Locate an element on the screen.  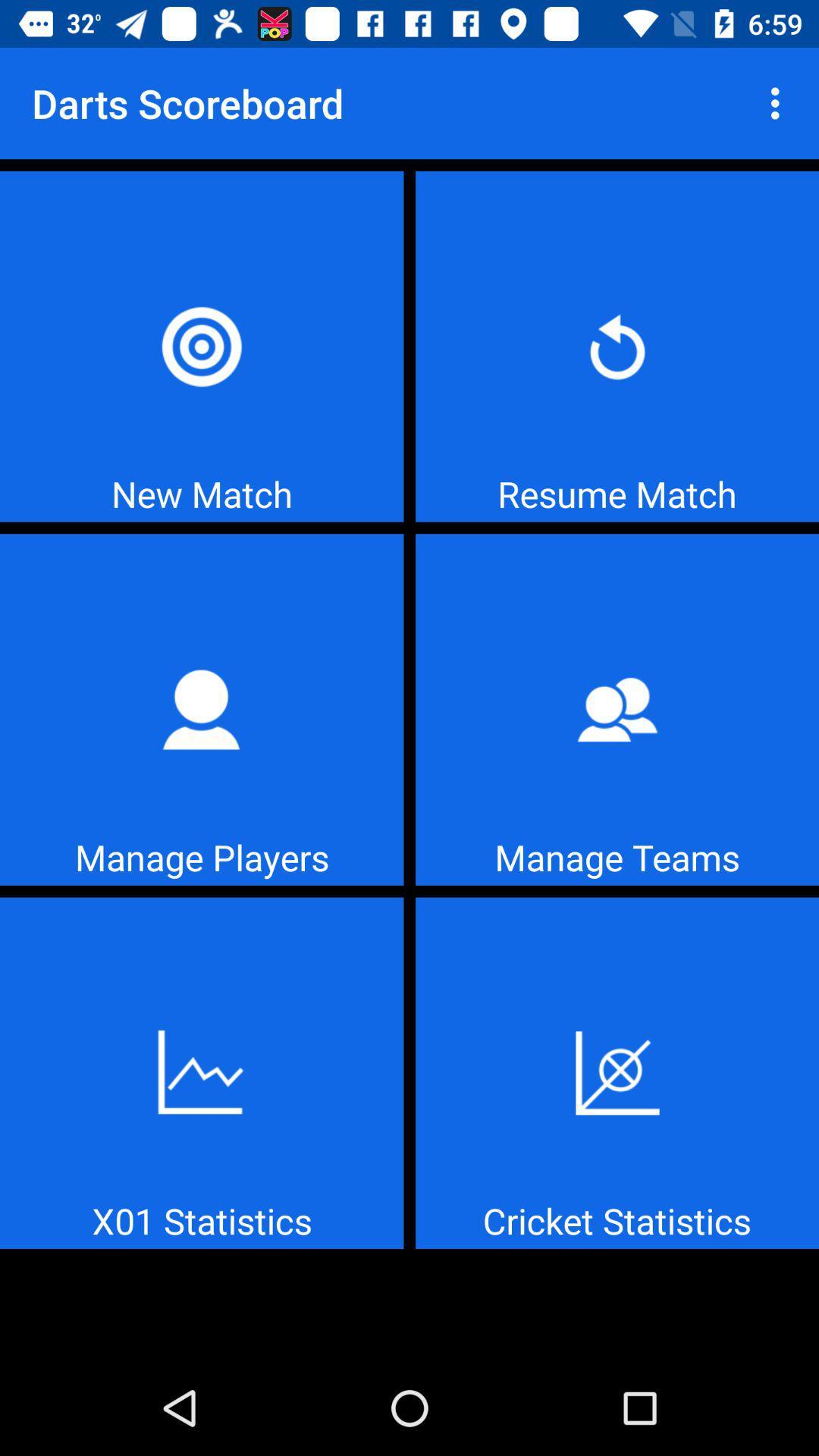
resume match is located at coordinates (617, 346).